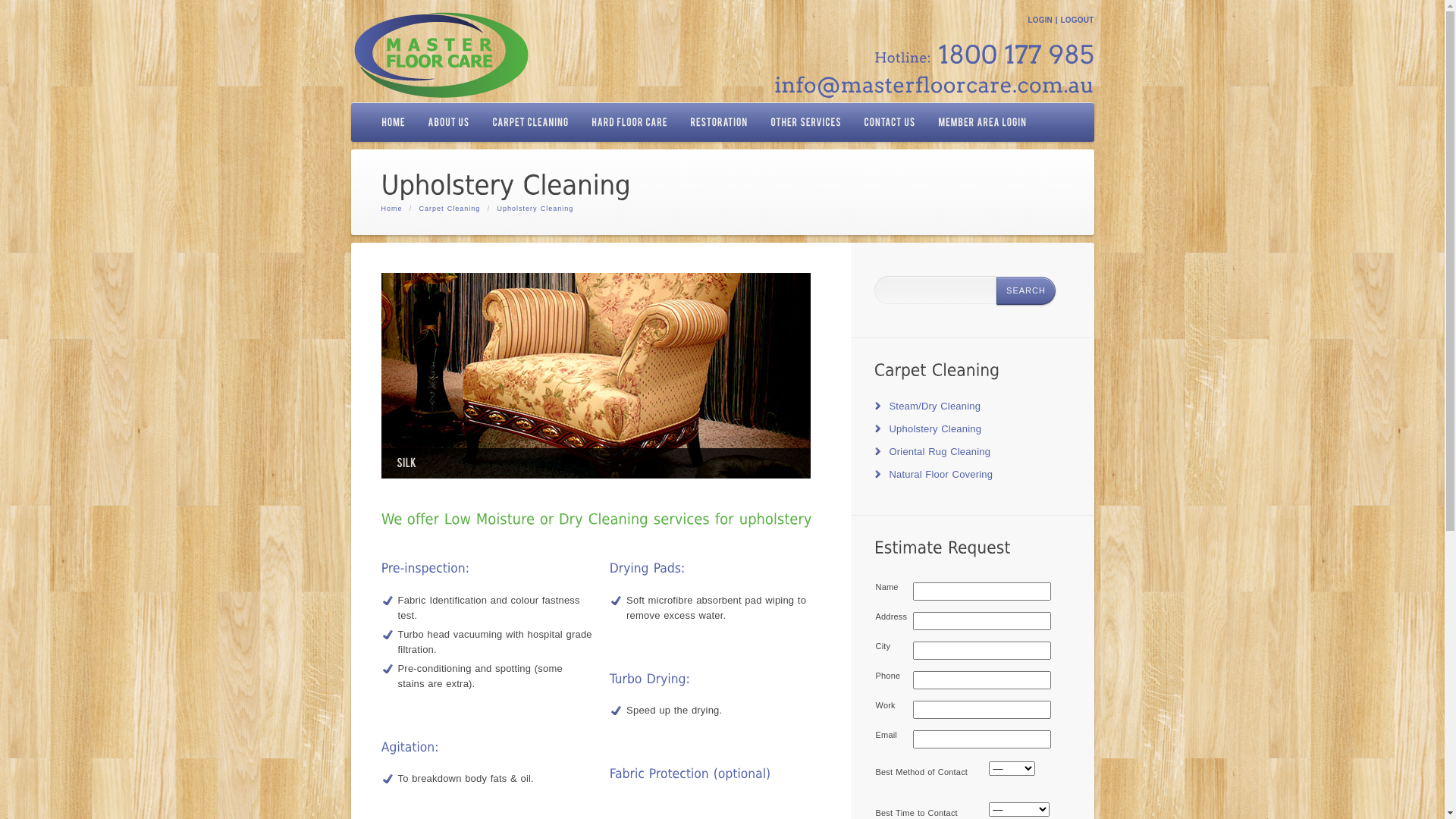 The image size is (1456, 819). I want to click on 'Upholstery Cleaning', so click(934, 428).